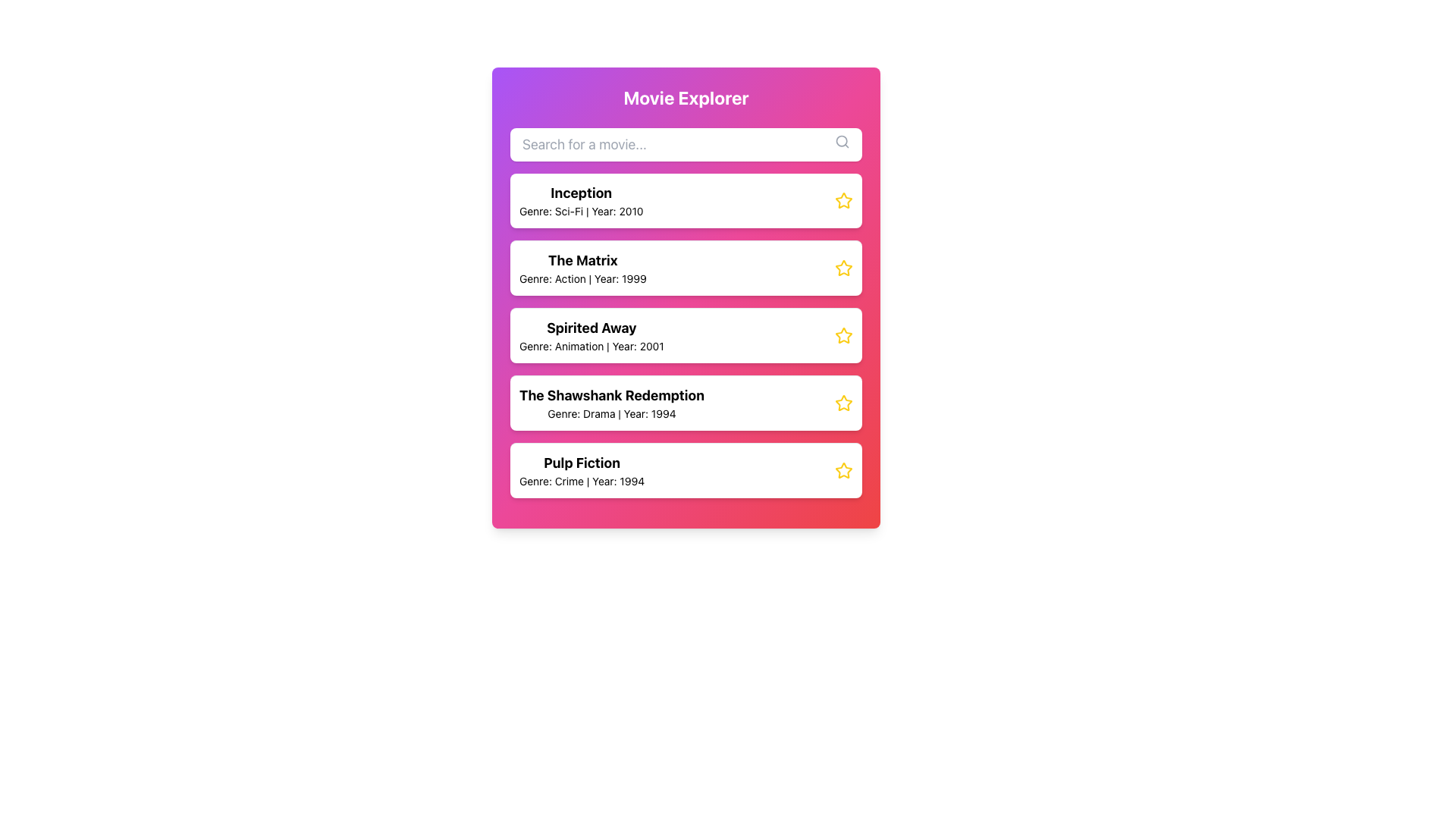  Describe the element at coordinates (843, 267) in the screenshot. I see `the yellow-outlined star icon` at that location.